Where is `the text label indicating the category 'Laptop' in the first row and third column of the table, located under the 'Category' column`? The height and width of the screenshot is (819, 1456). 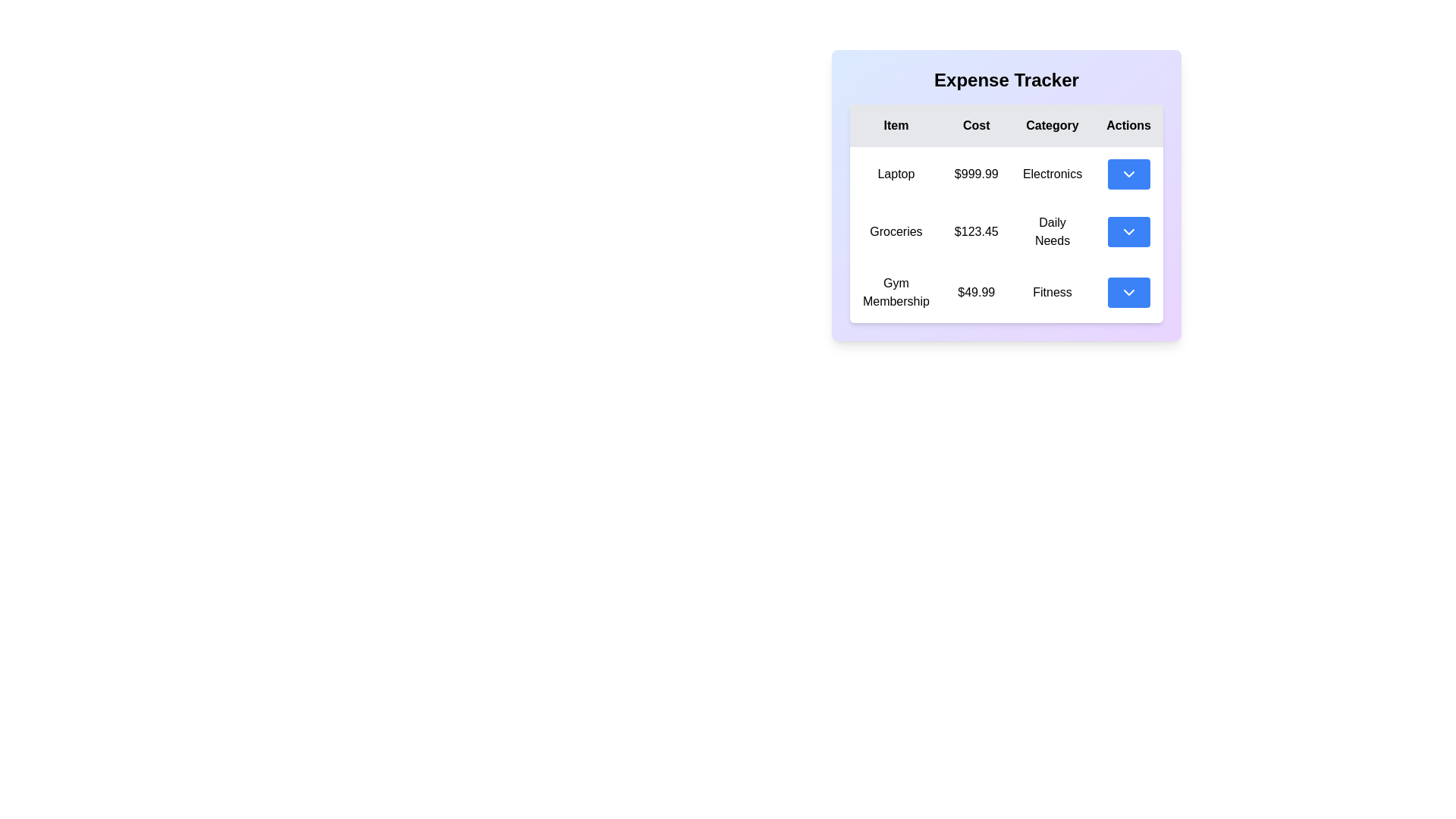 the text label indicating the category 'Laptop' in the first row and third column of the table, located under the 'Category' column is located at coordinates (1051, 174).